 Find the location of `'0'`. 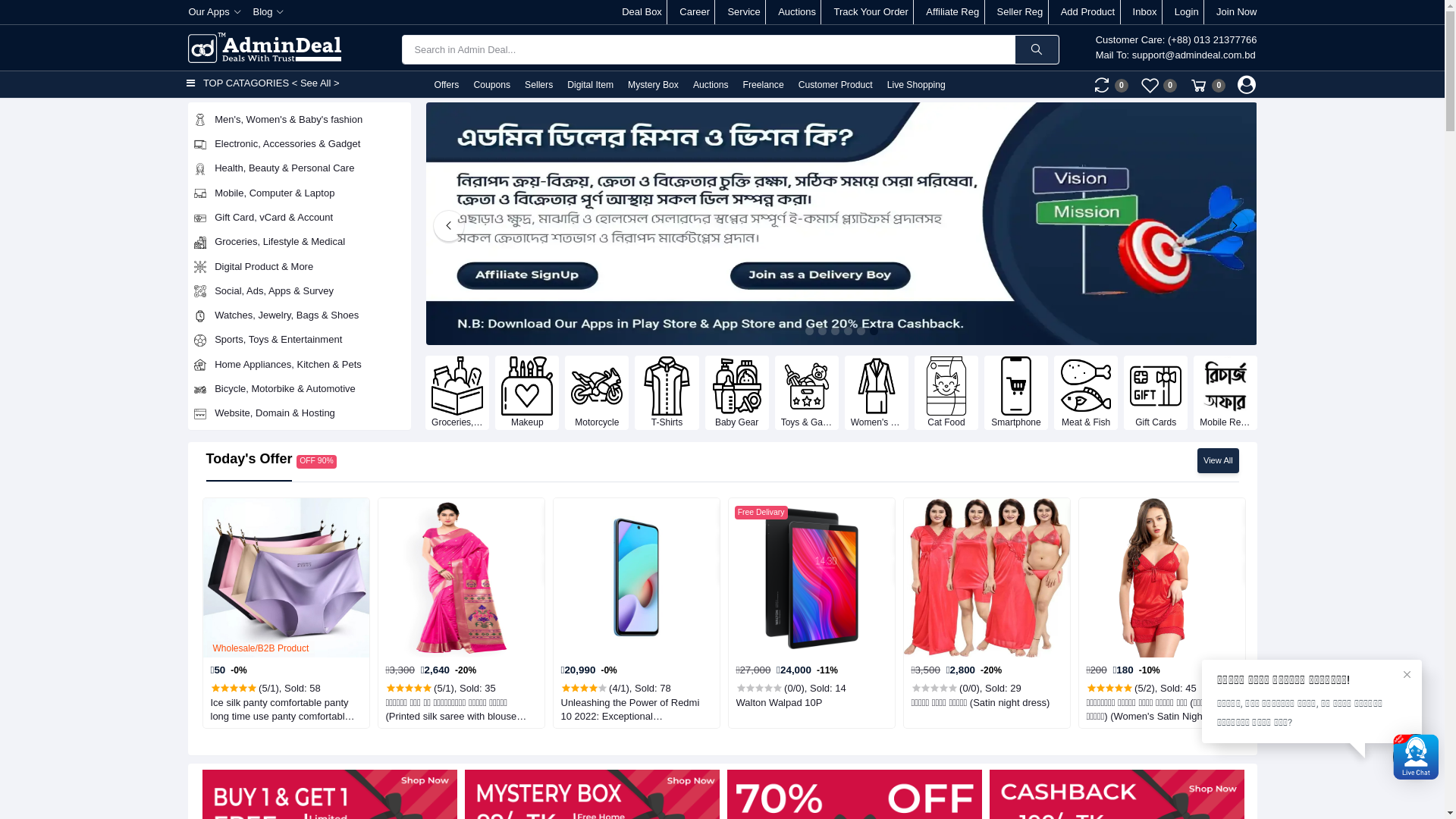

'0' is located at coordinates (1110, 84).